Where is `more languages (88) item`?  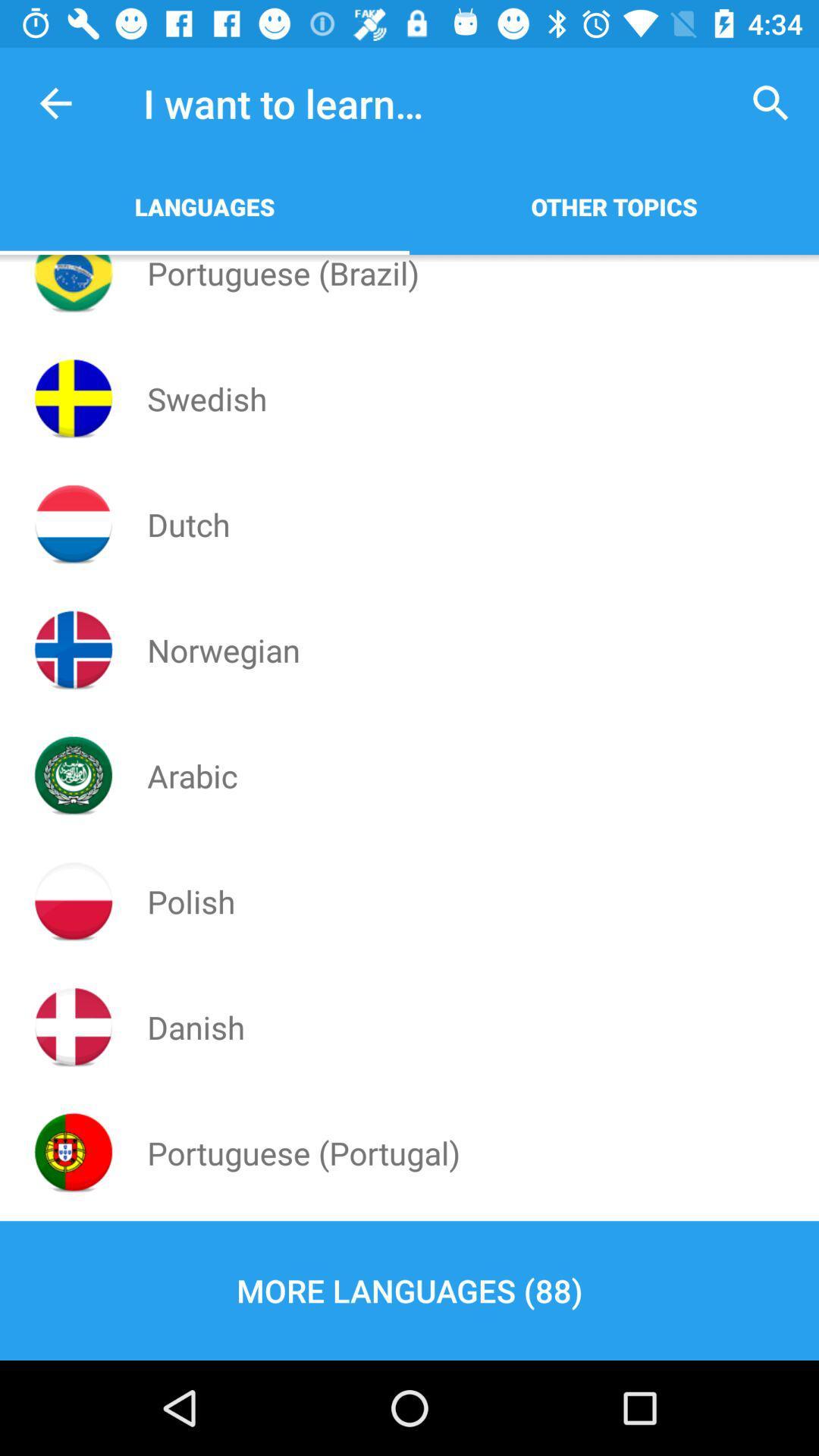 more languages (88) item is located at coordinates (409, 1290).